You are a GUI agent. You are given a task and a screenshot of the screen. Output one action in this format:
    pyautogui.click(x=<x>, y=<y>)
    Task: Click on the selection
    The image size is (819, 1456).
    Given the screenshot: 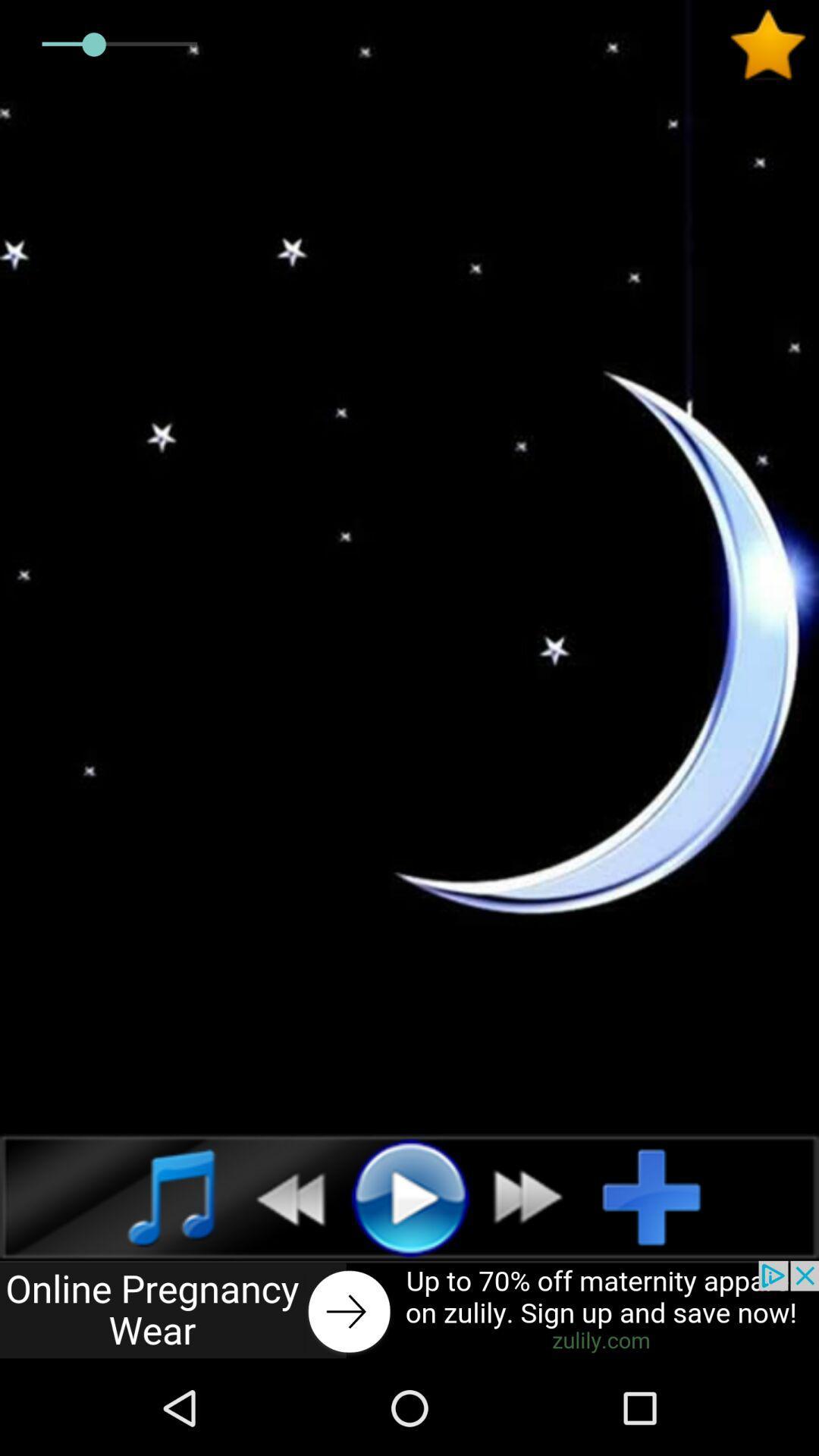 What is the action you would take?
    pyautogui.click(x=409, y=1196)
    